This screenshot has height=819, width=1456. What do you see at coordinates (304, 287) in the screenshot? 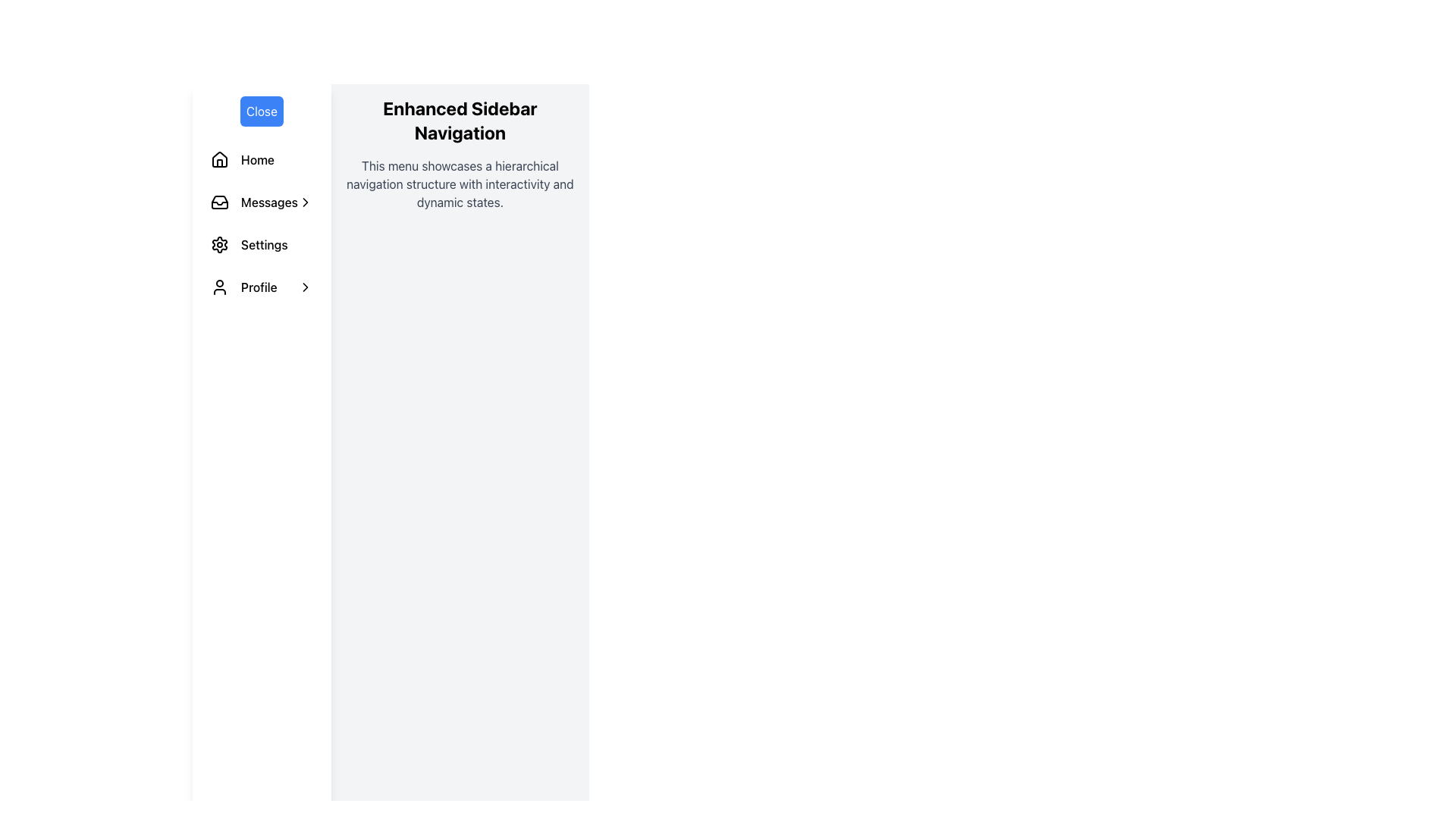
I see `the right-chevron icon located in the Profile section of the vertical navigation menu` at bounding box center [304, 287].